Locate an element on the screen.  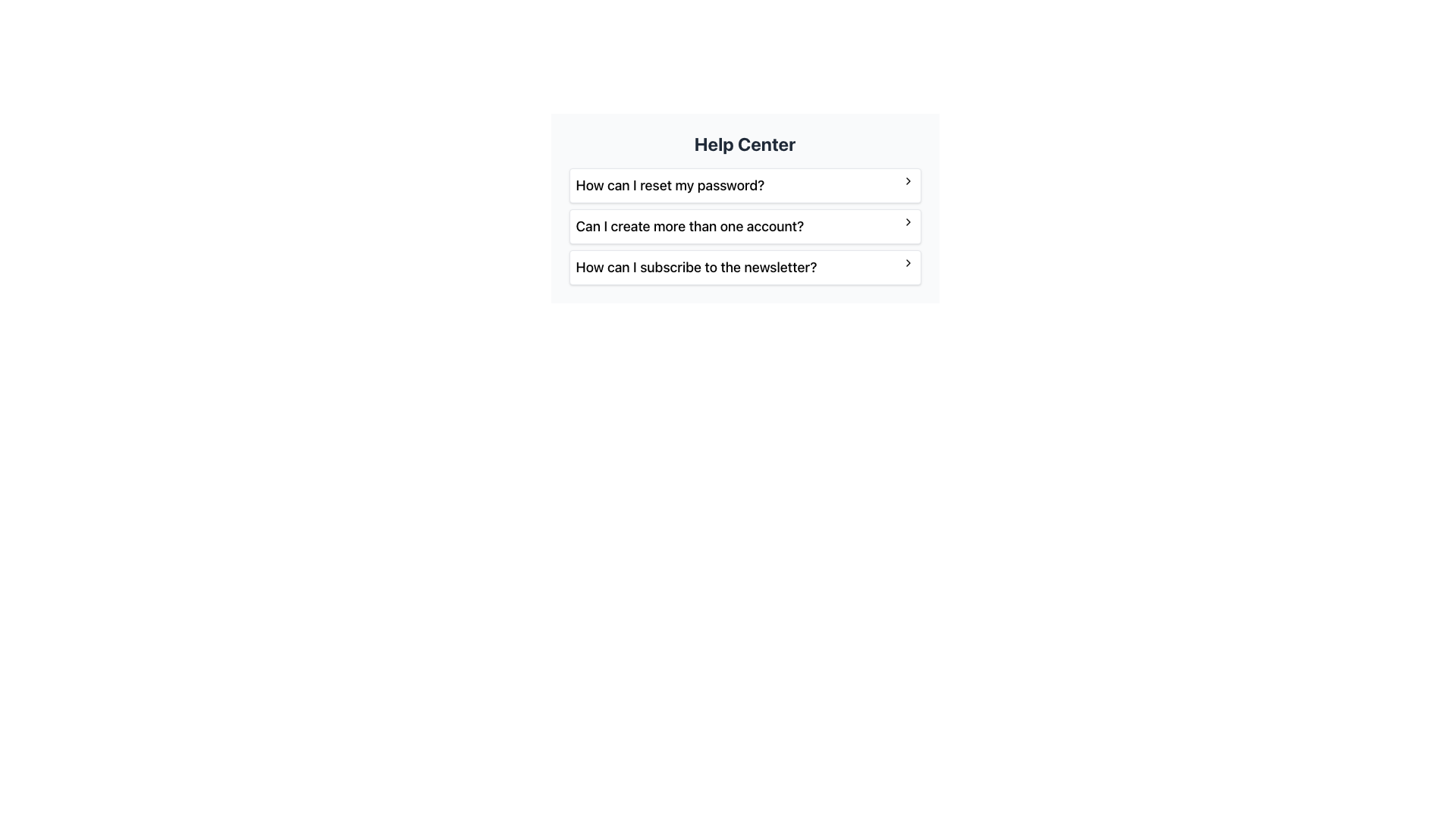
the clickable text label with an icon at the top of the Help Center list is located at coordinates (745, 185).